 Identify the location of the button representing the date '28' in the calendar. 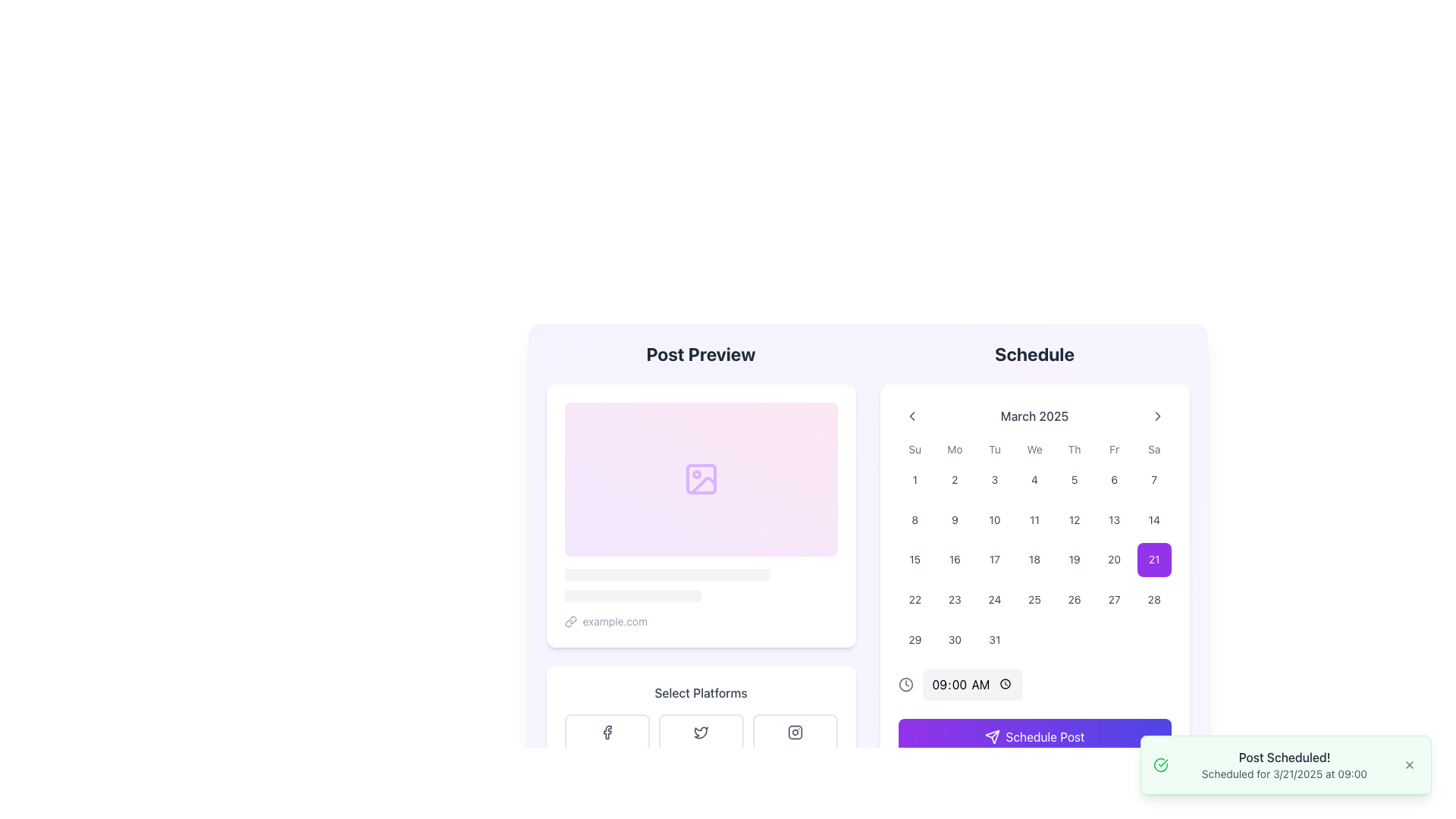
(1153, 598).